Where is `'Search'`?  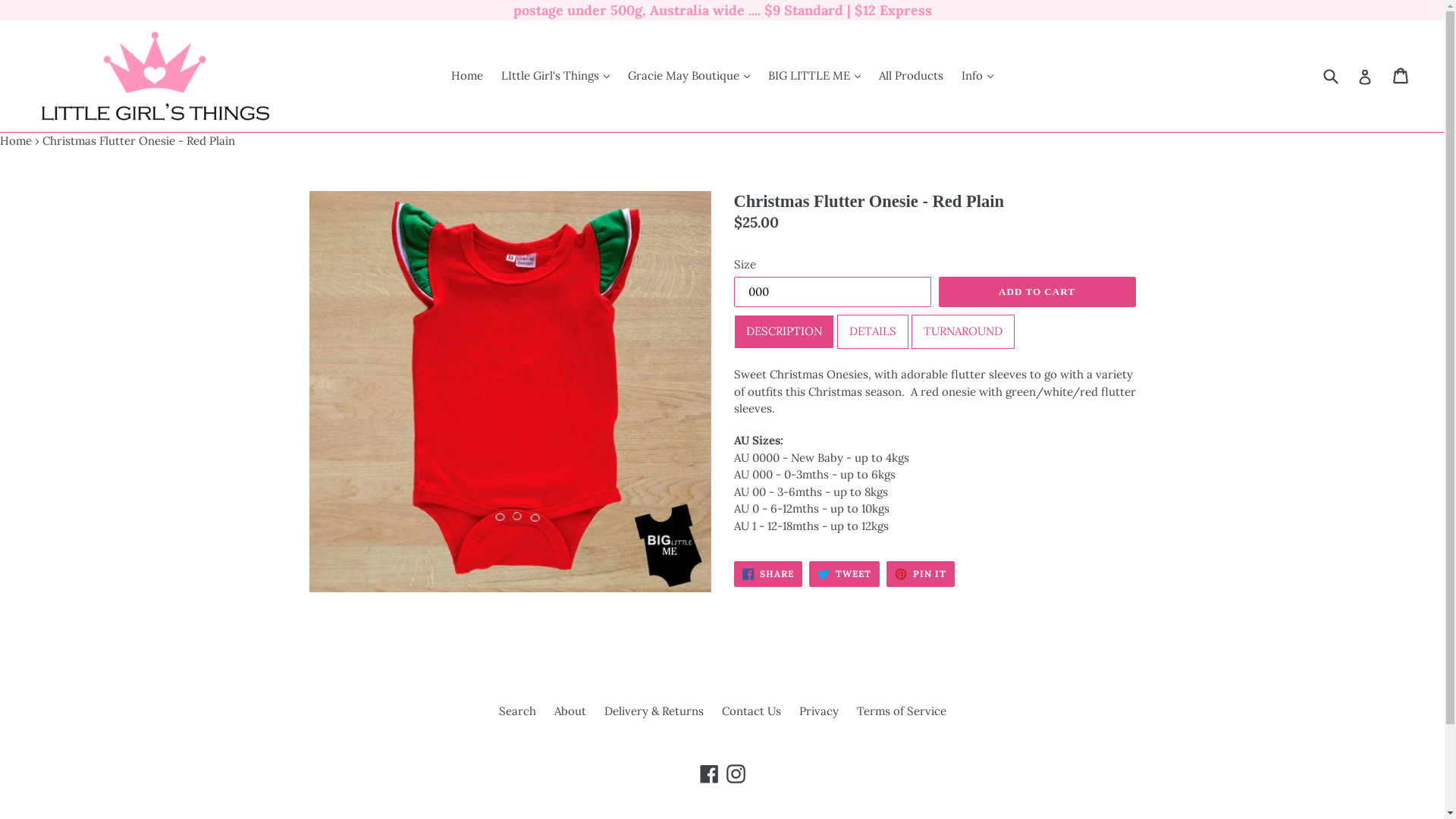 'Search' is located at coordinates (517, 711).